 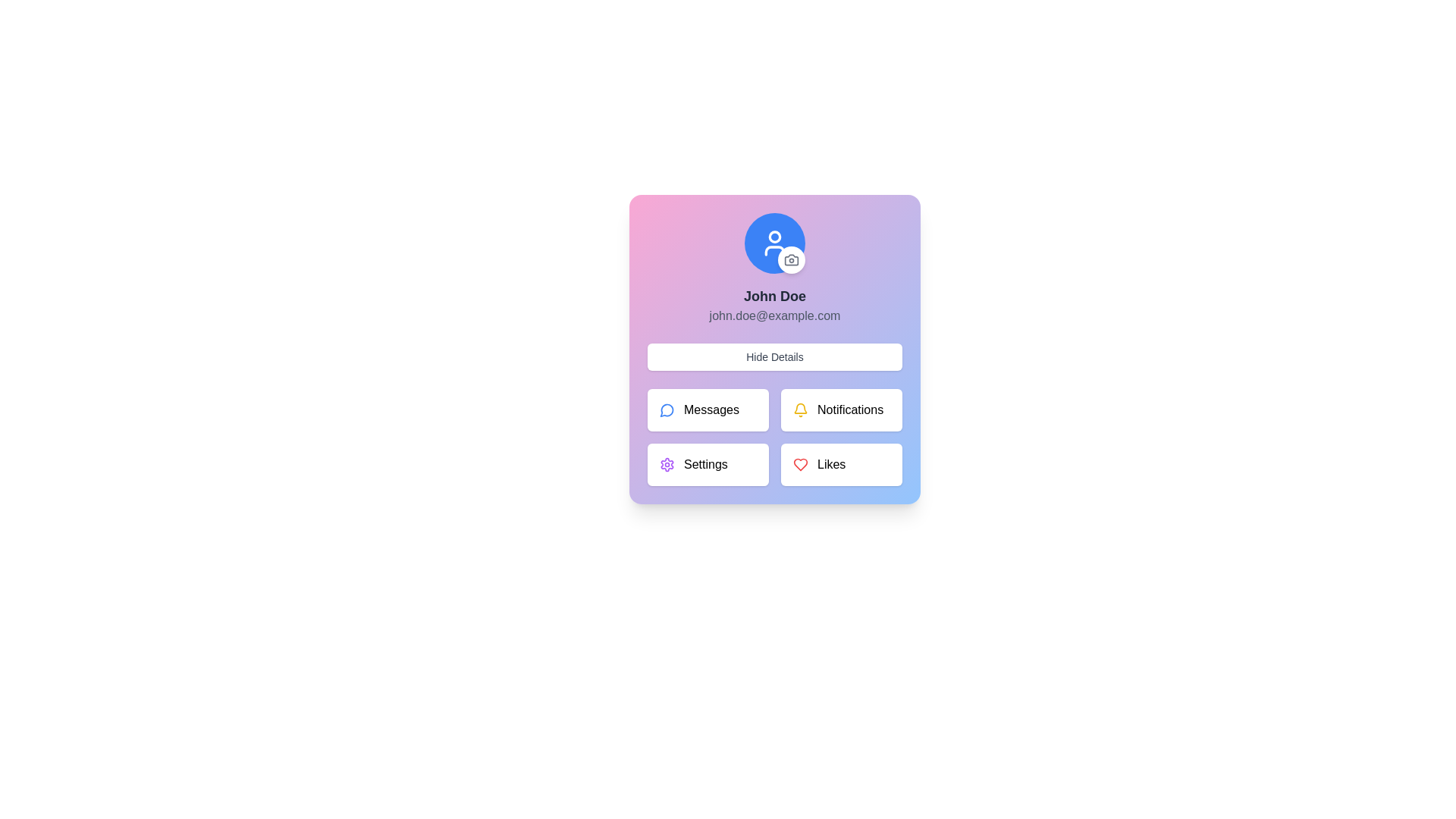 What do you see at coordinates (667, 410) in the screenshot?
I see `the 'Messages' button icon, which serves as a visual identifier for messaging functionalities, located at the top-left position among four buttons within the card` at bounding box center [667, 410].